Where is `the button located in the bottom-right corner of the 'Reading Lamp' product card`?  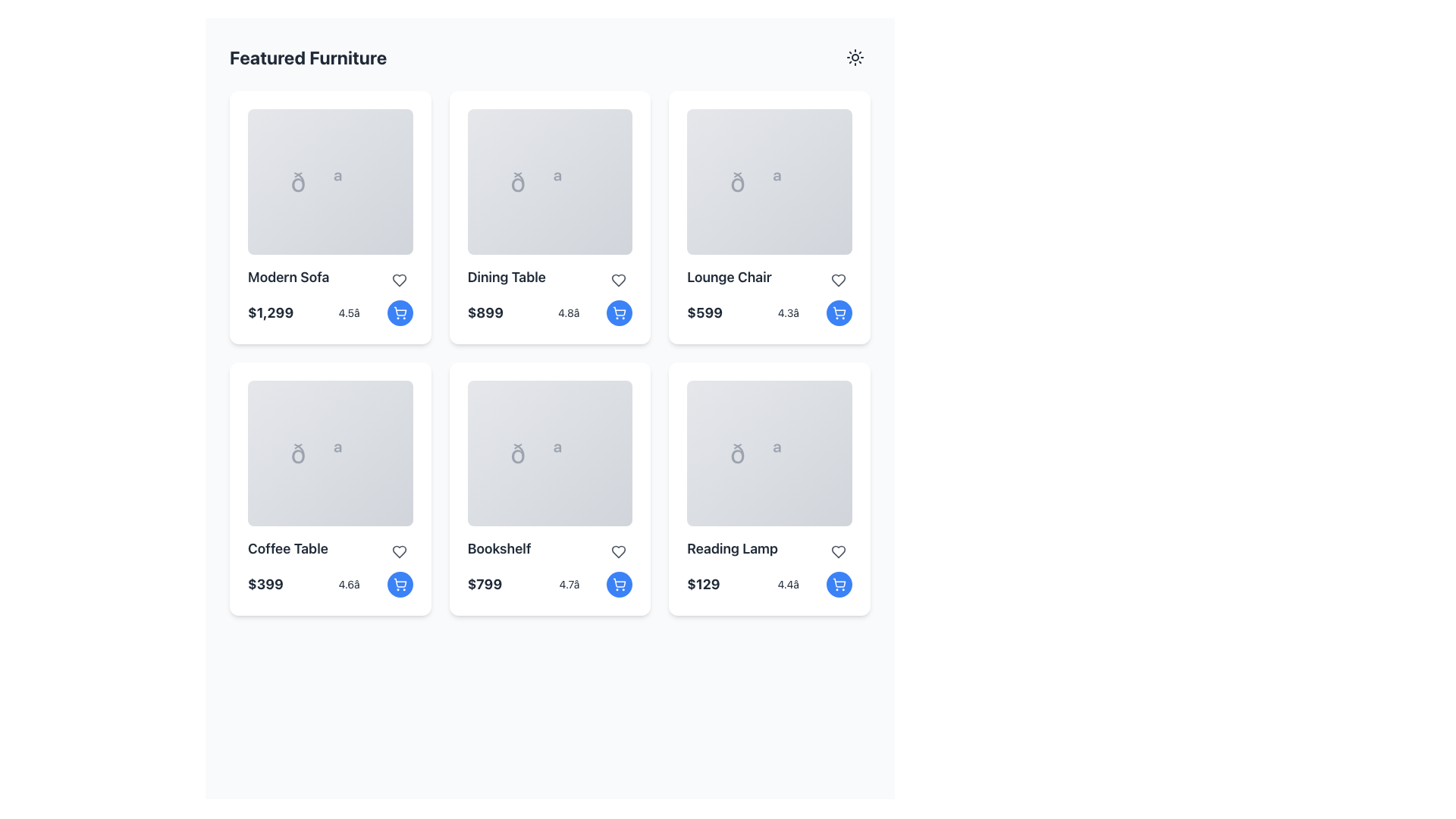 the button located in the bottom-right corner of the 'Reading Lamp' product card is located at coordinates (839, 584).